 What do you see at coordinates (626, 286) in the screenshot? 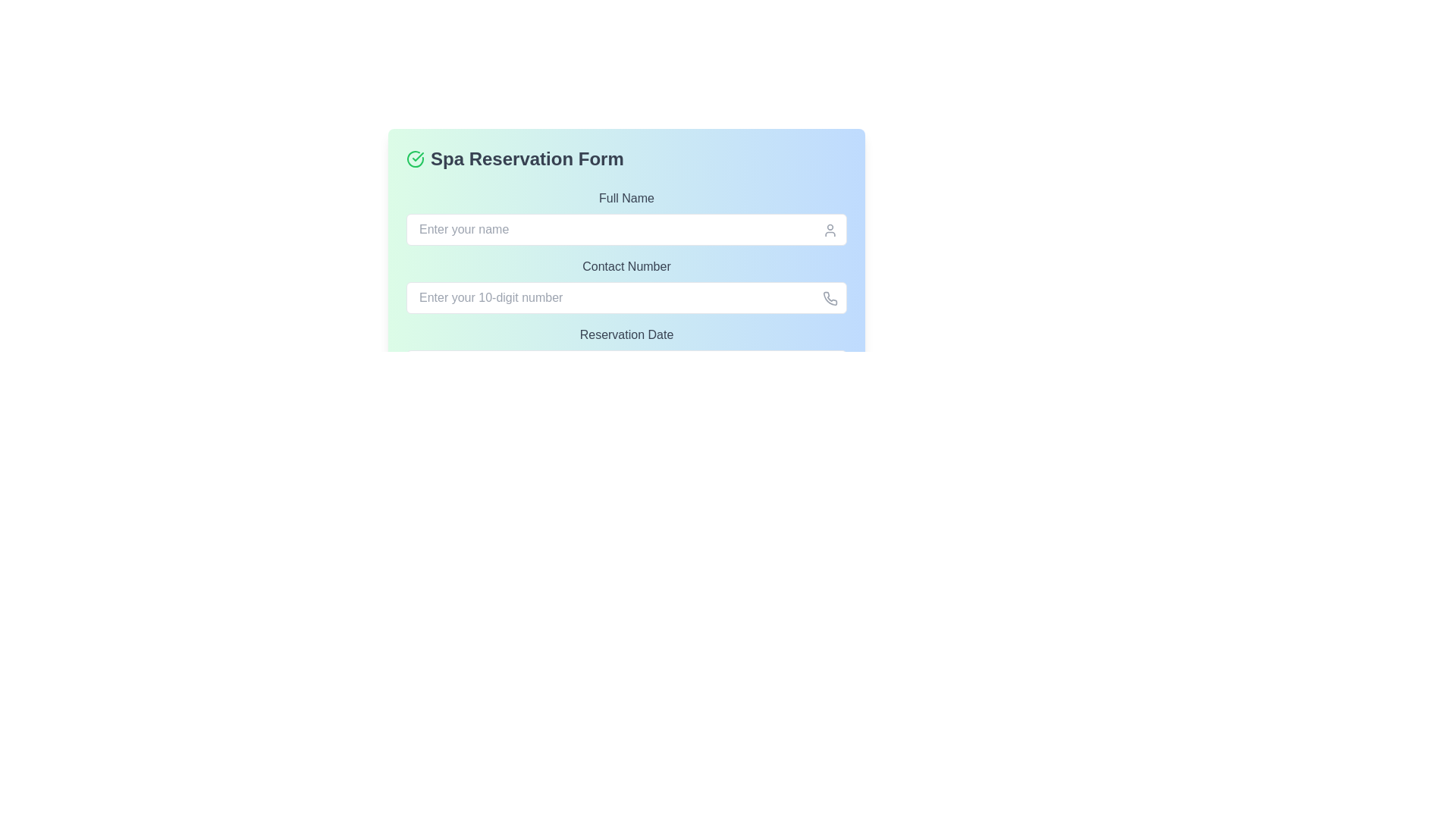
I see `the 'Contact Number' label, which is a medium-sized gray text label situated between 'Full Name' and 'Reservation Date' in the input field section` at bounding box center [626, 286].